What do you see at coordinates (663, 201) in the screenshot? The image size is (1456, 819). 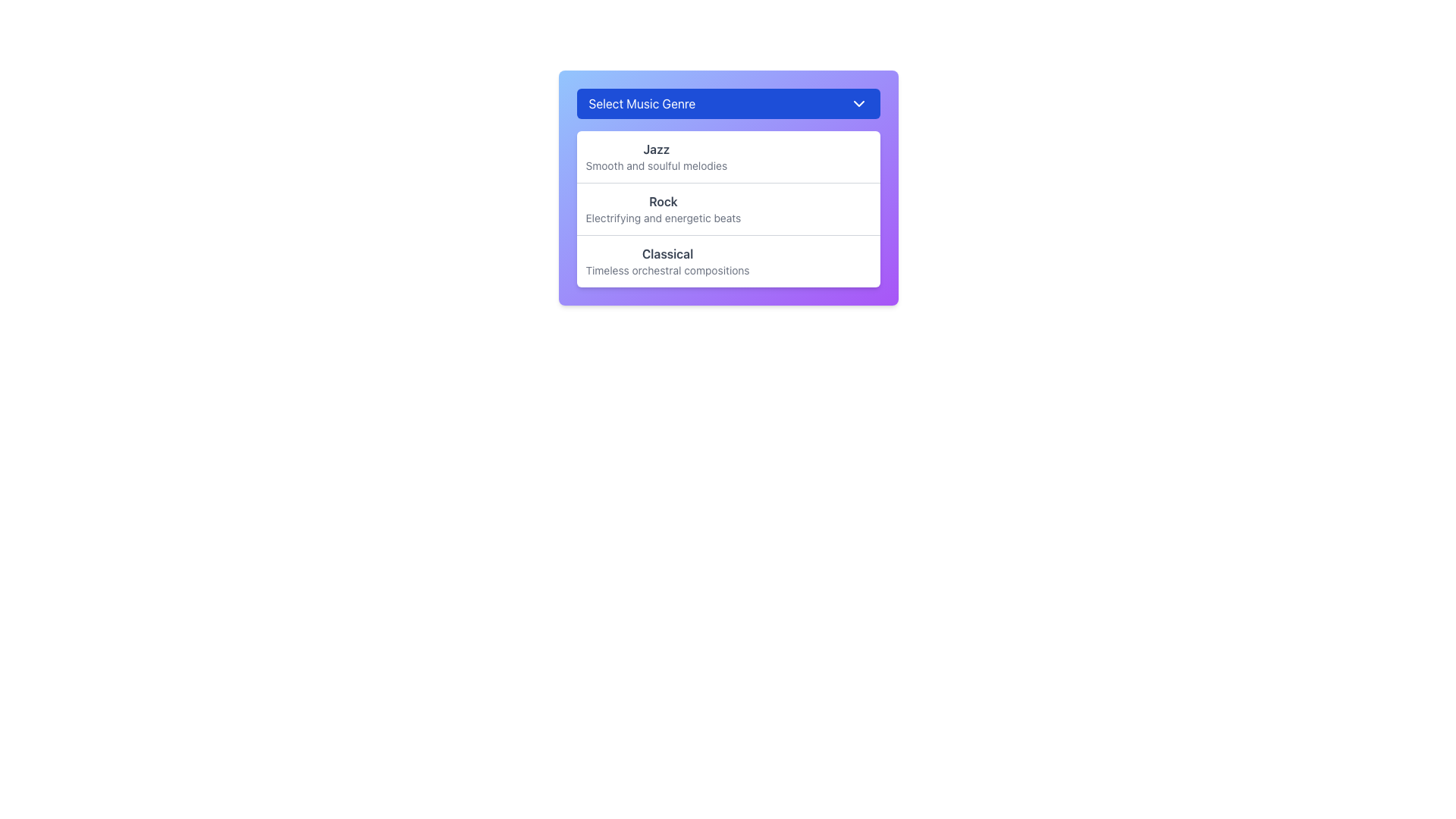 I see `the static text label indicating the genre 'Rock' within the dropdown menu, which is positioned above the descriptive text 'Electrifying and energetic beats'` at bounding box center [663, 201].